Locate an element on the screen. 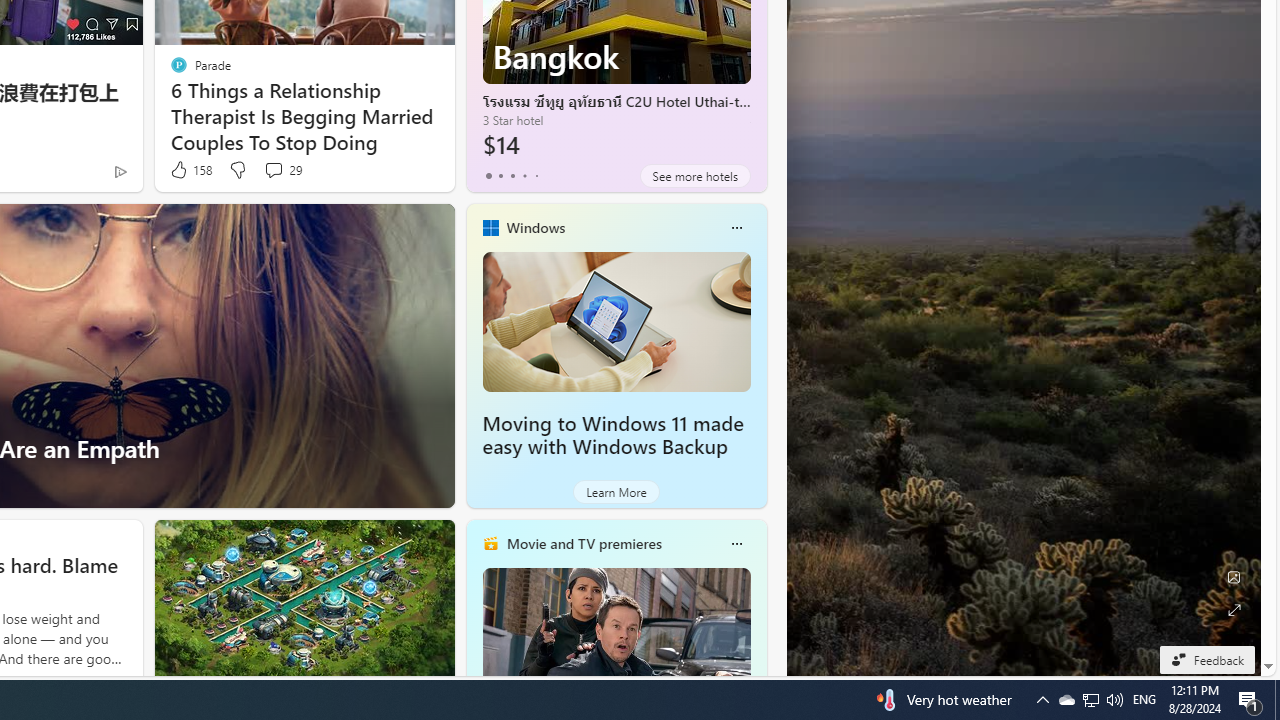 The height and width of the screenshot is (720, 1280). 'tab-2' is located at coordinates (512, 175).